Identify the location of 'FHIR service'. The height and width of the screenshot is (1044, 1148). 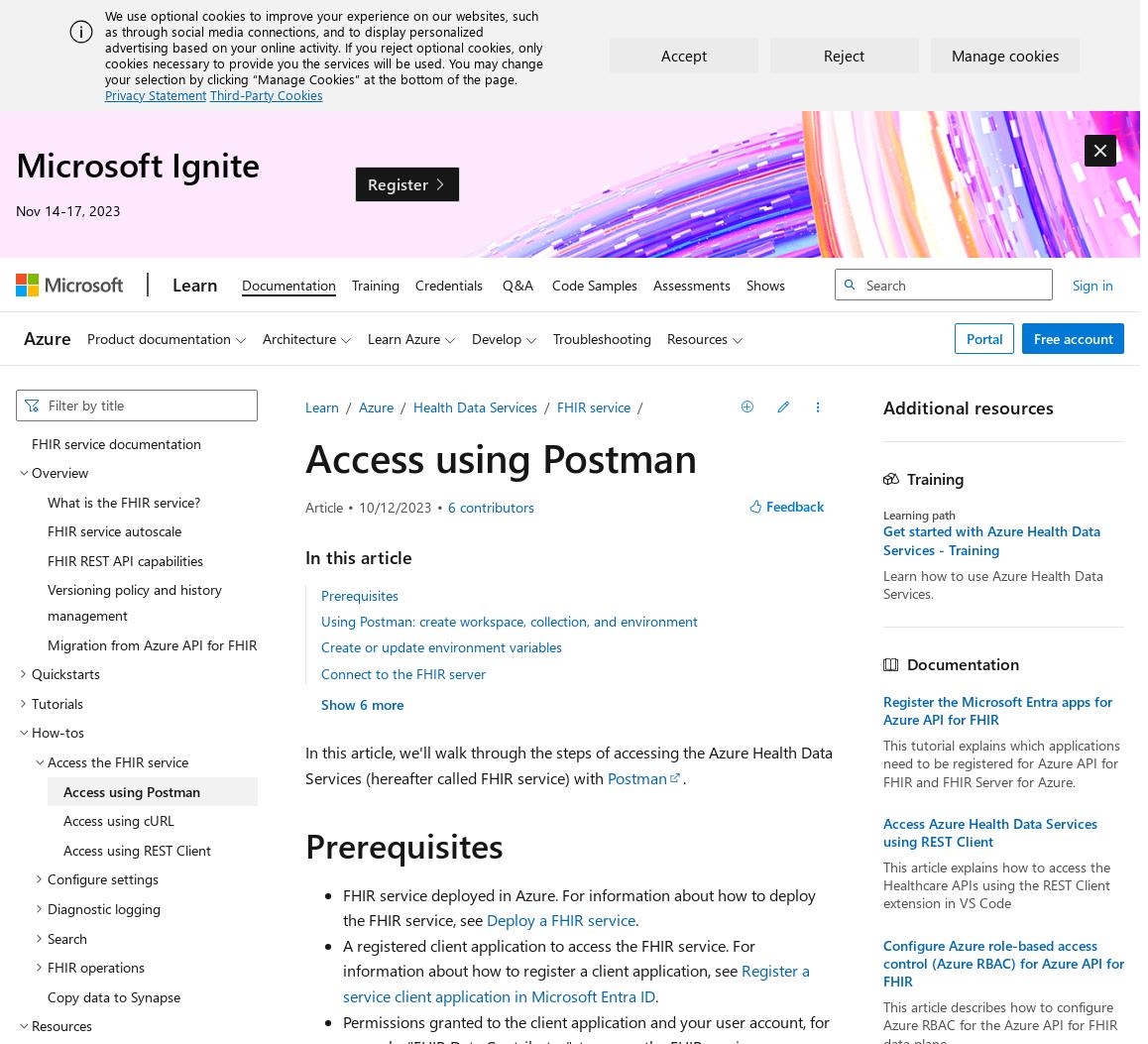
(591, 406).